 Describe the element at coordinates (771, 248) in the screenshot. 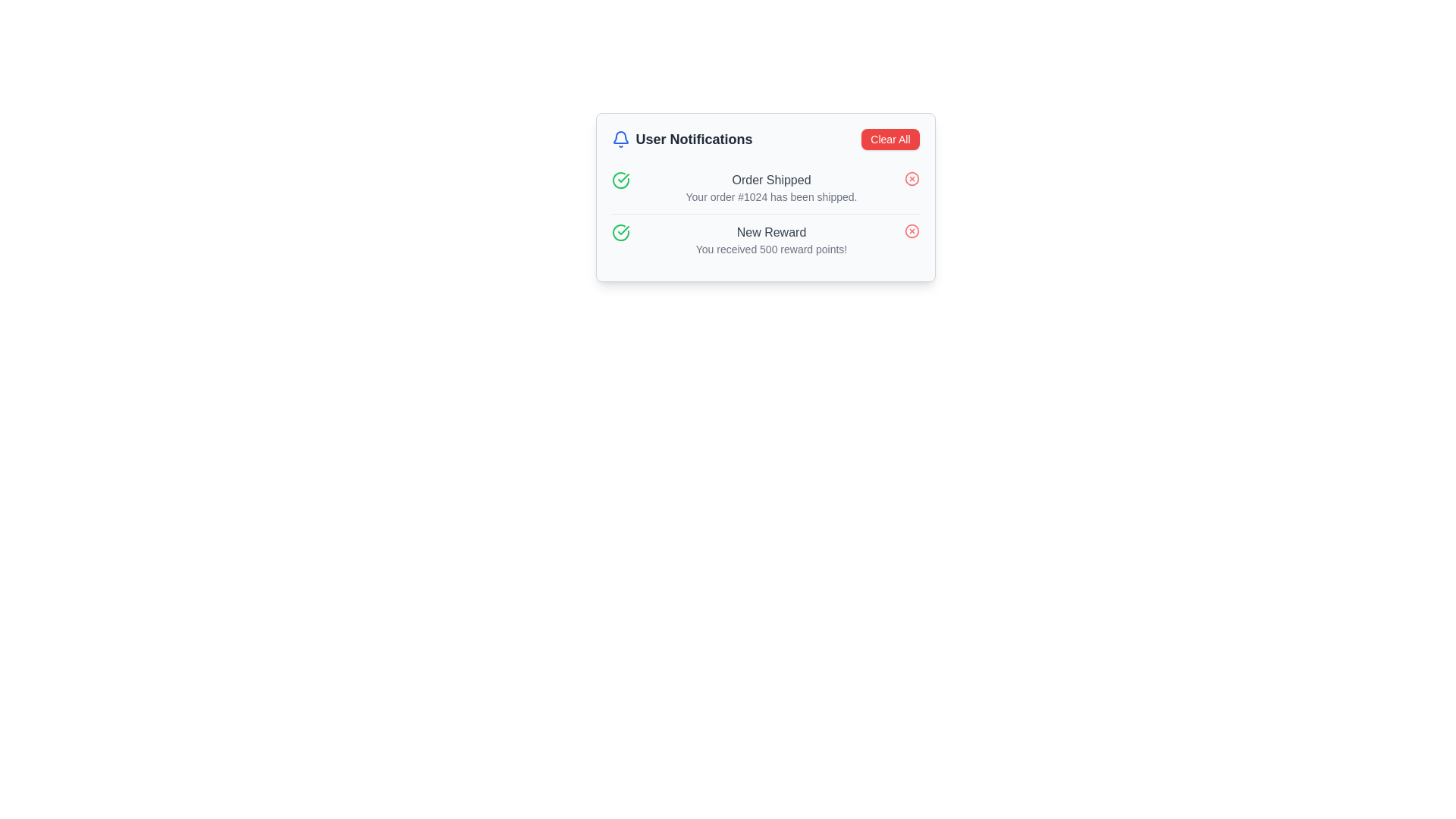

I see `the text label displaying 'You received 500 reward points!', which is located below the 'New Reward' heading in a notification card` at that location.